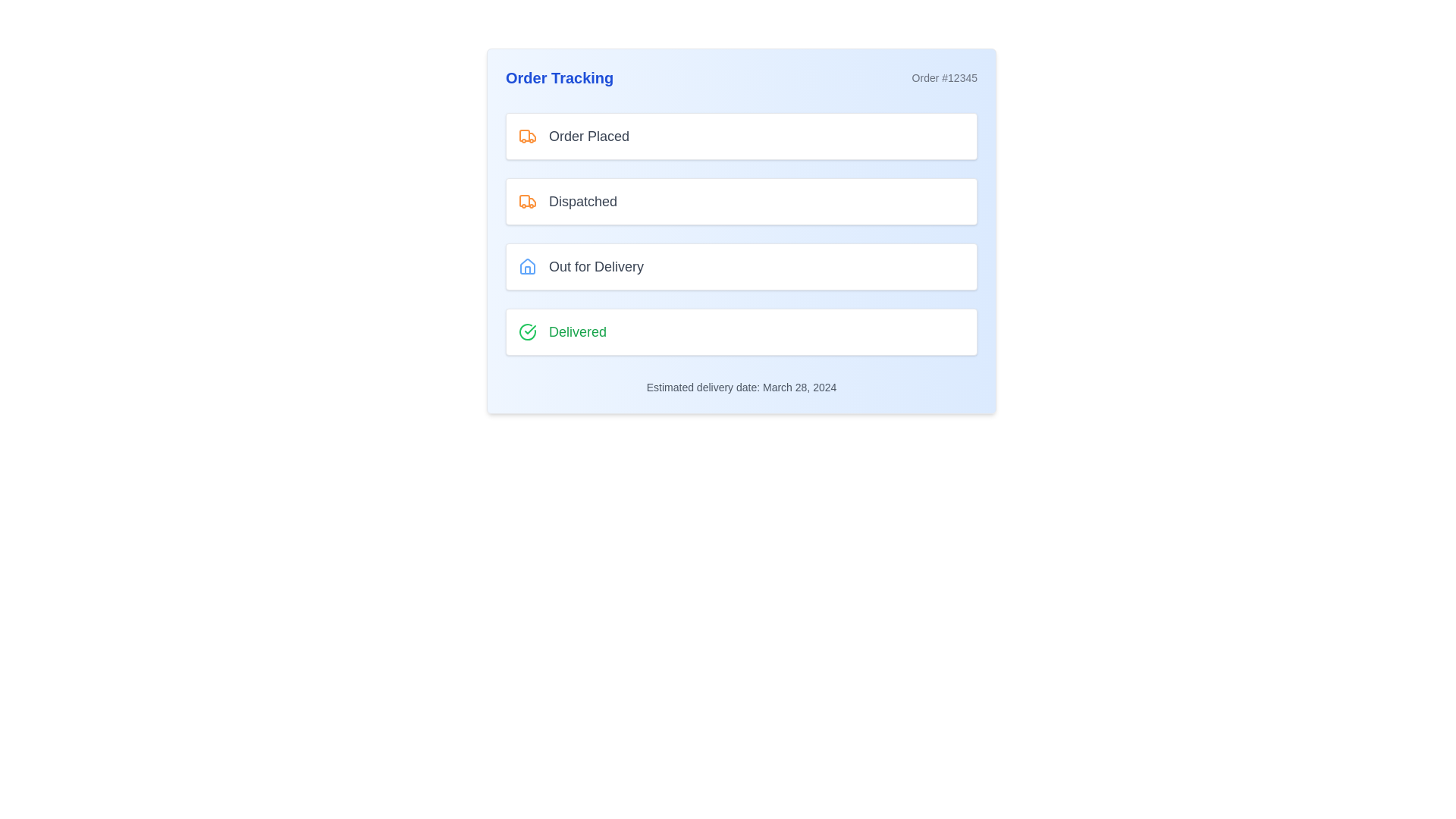  I want to click on the upper left curved part of the orange truck icon, which is located to the left of the 'Order Placed' label in the topmost status box of the tracking interface, so click(524, 200).